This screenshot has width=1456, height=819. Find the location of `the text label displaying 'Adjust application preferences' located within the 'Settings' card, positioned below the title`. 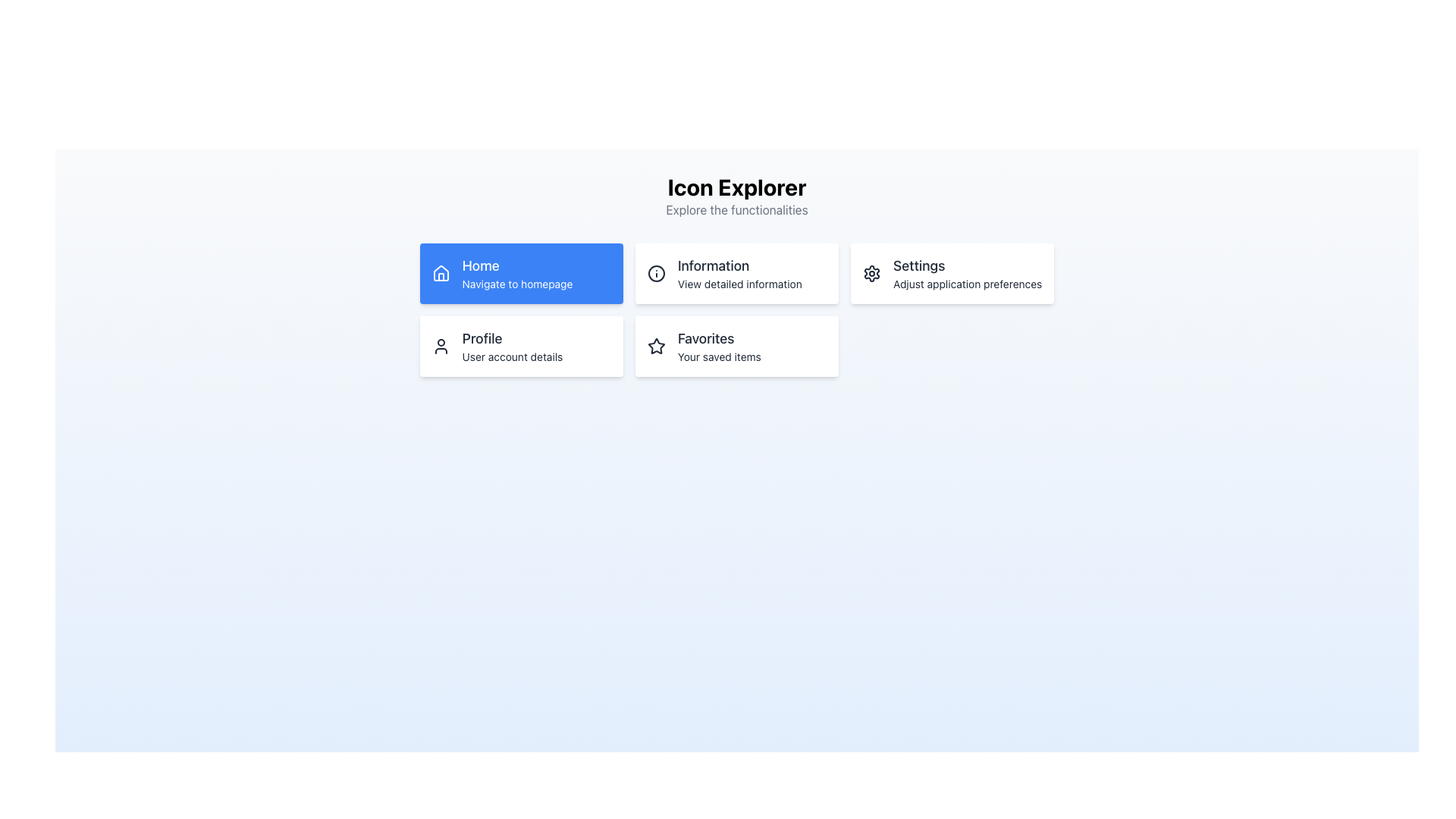

the text label displaying 'Adjust application preferences' located within the 'Settings' card, positioned below the title is located at coordinates (967, 284).